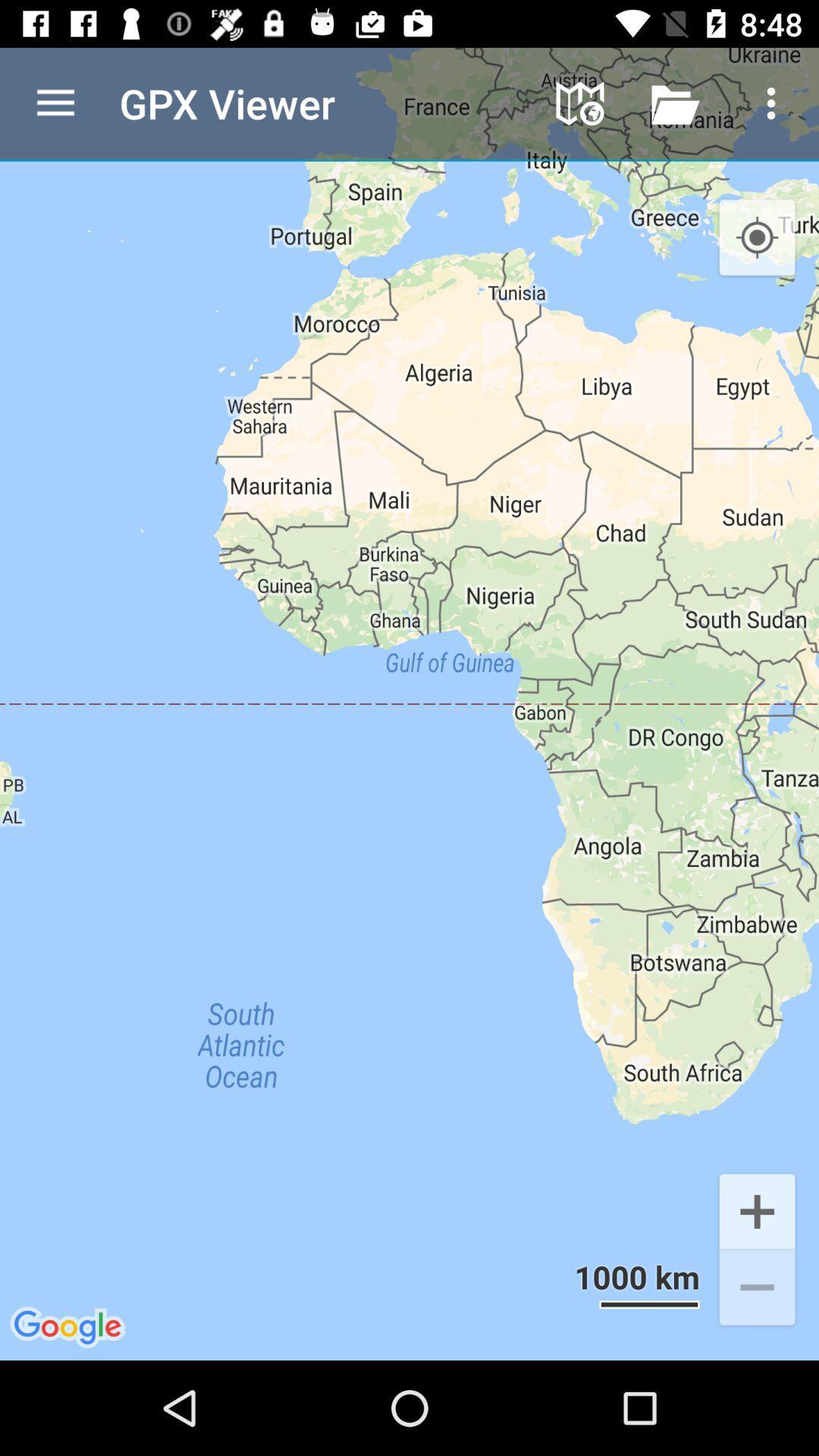 This screenshot has height=1456, width=819. What do you see at coordinates (757, 237) in the screenshot?
I see `the location_crosshair icon` at bounding box center [757, 237].